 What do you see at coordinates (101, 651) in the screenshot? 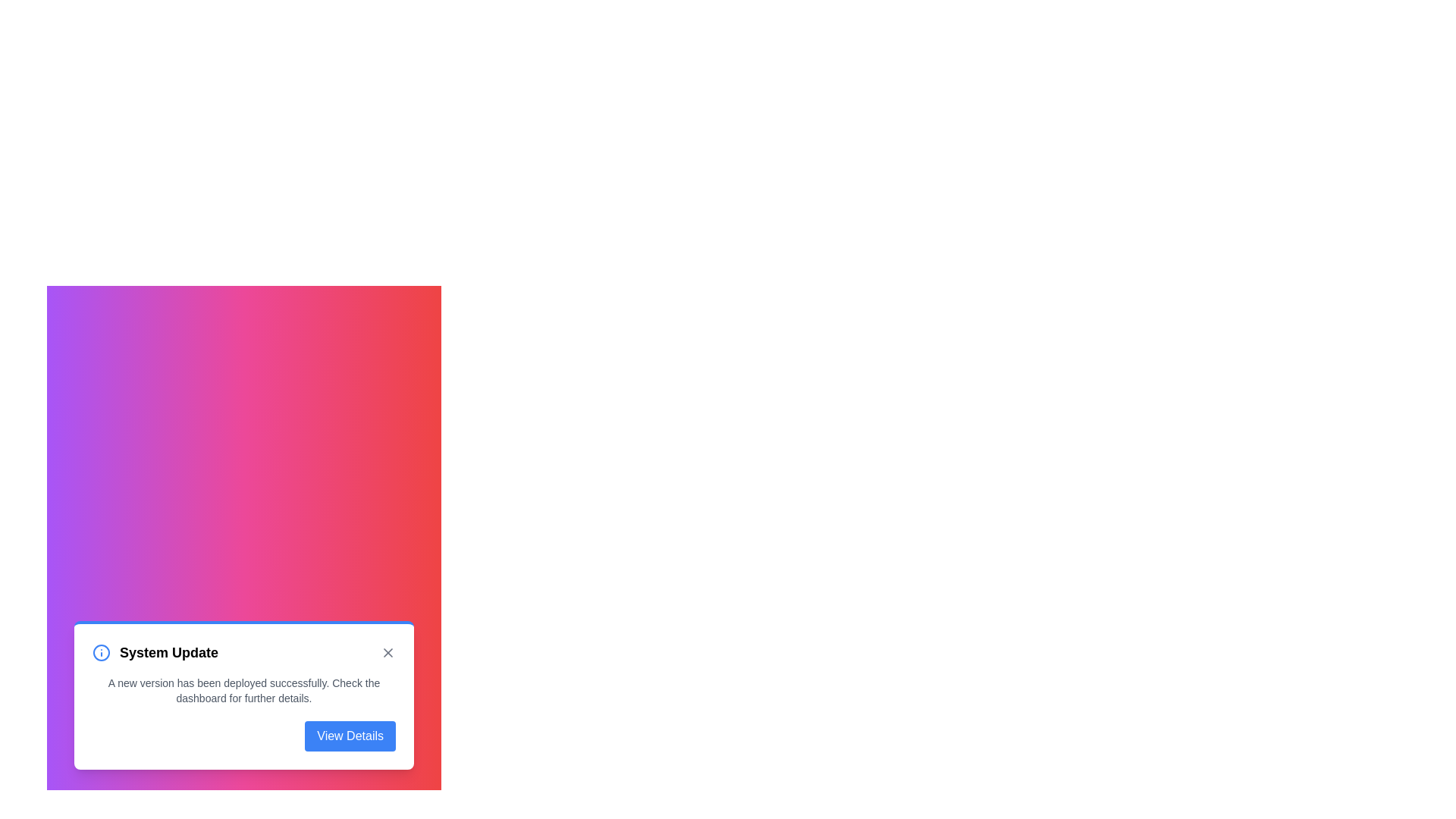
I see `the blue circular outline icon with a center dot and vertical line below it, which is positioned to the left of the 'System Update' text in the update notification box` at bounding box center [101, 651].